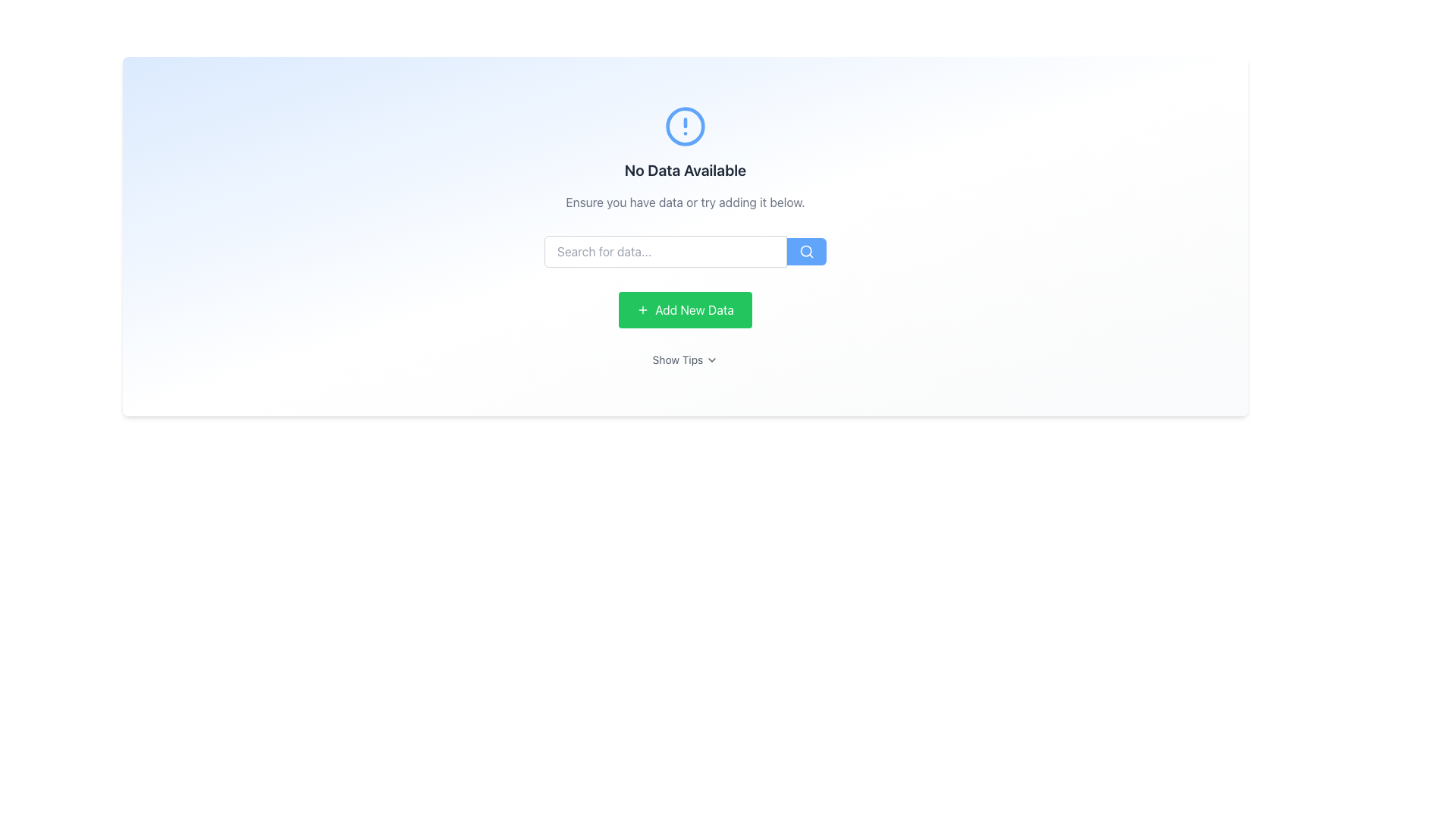  Describe the element at coordinates (684, 125) in the screenshot. I see `the blue-bordered circular alert icon that indicates 'No Data Available' by moving the cursor to its center` at that location.